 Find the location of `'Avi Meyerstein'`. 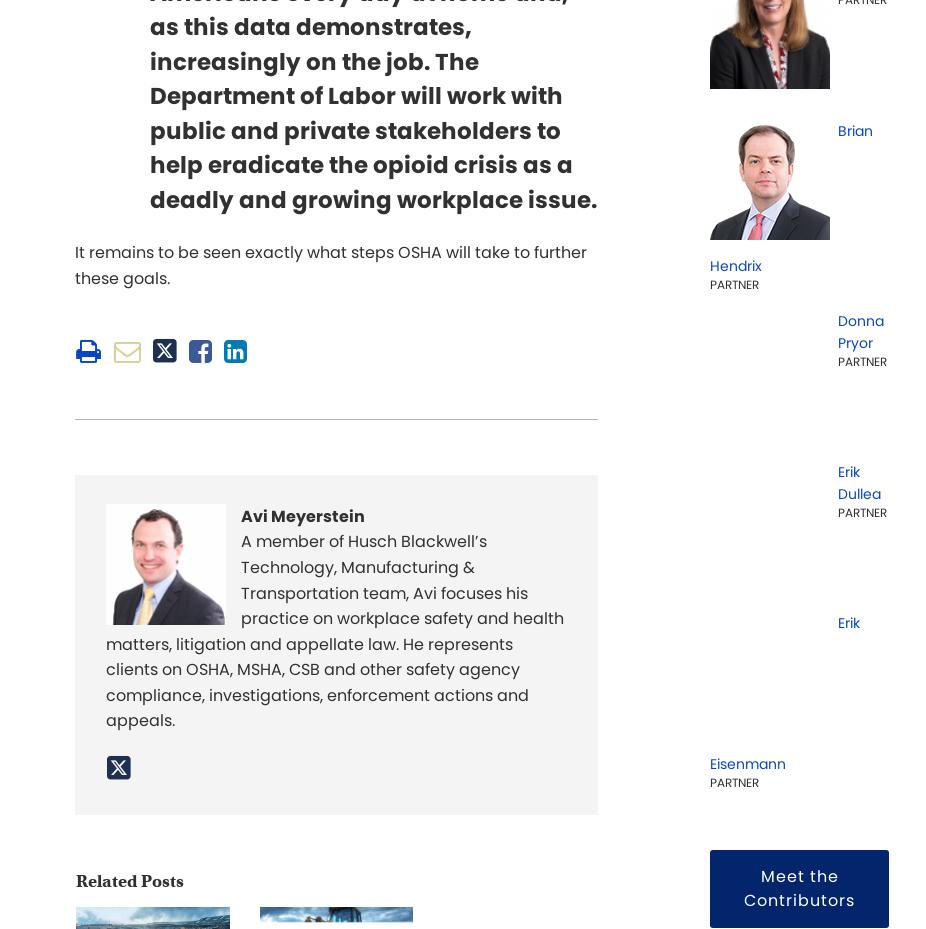

'Avi Meyerstein' is located at coordinates (302, 515).